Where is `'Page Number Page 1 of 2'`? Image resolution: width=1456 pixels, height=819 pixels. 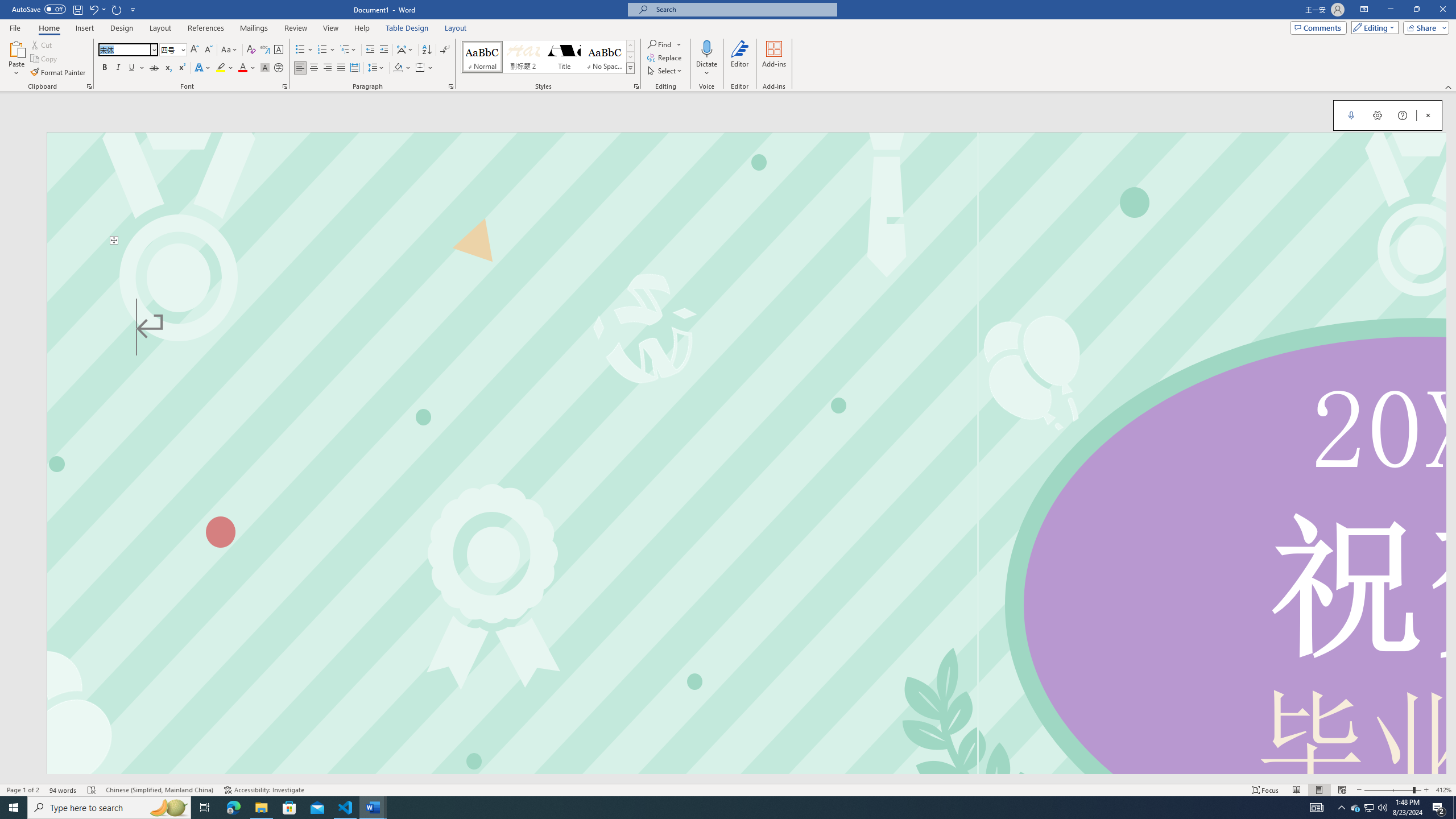
'Page Number Page 1 of 2' is located at coordinates (23, 790).